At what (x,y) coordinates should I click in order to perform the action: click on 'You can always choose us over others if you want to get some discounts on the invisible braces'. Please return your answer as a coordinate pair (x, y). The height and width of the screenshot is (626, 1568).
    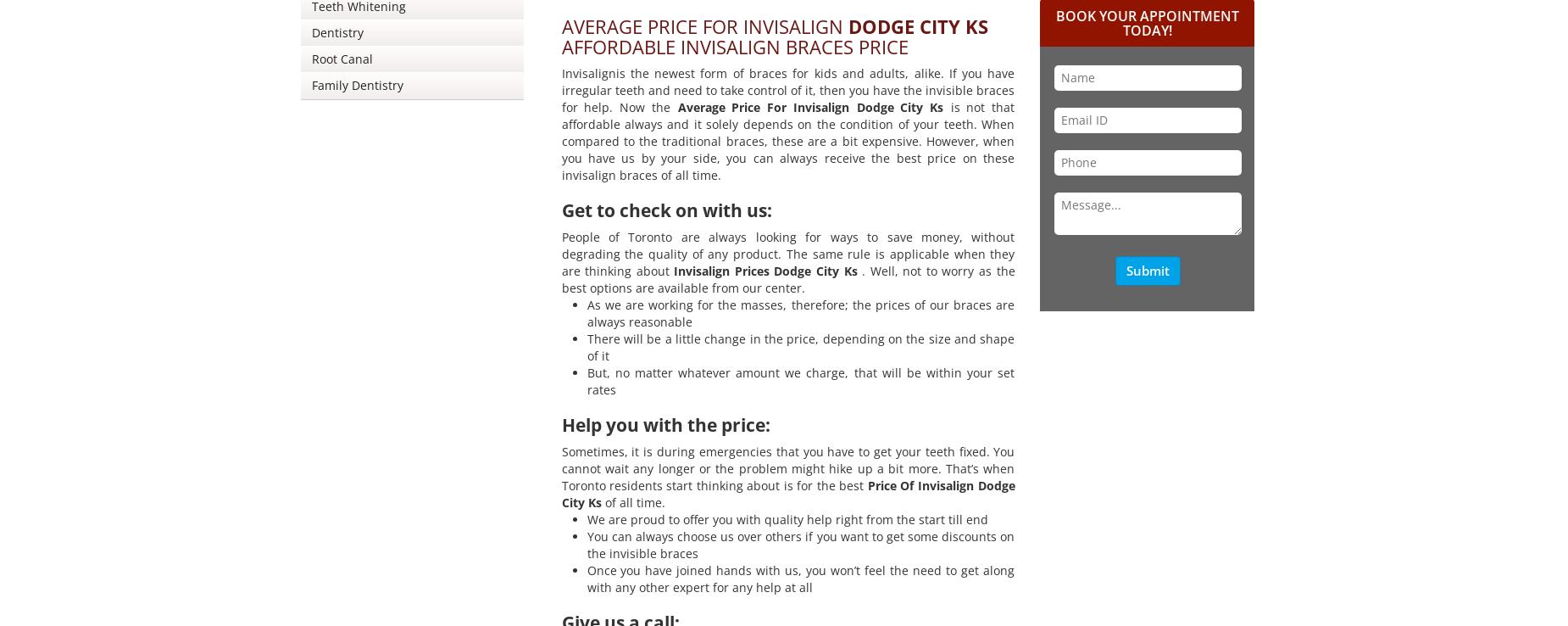
    Looking at the image, I should click on (799, 545).